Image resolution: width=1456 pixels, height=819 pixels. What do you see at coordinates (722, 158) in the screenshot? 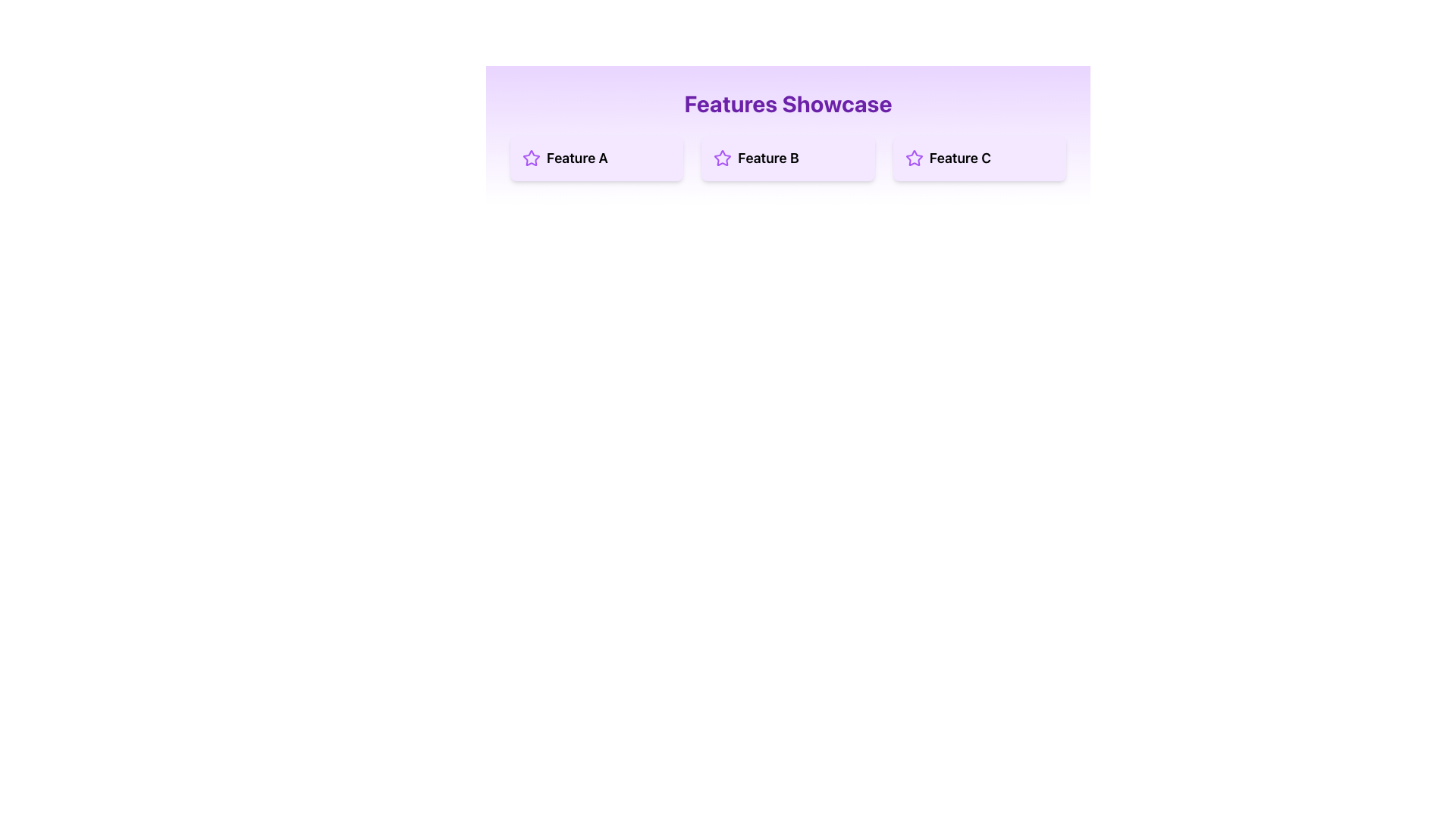
I see `the SVG Icon representing favoriting in the middle of the Feature B card in the Features Showcase section` at bounding box center [722, 158].